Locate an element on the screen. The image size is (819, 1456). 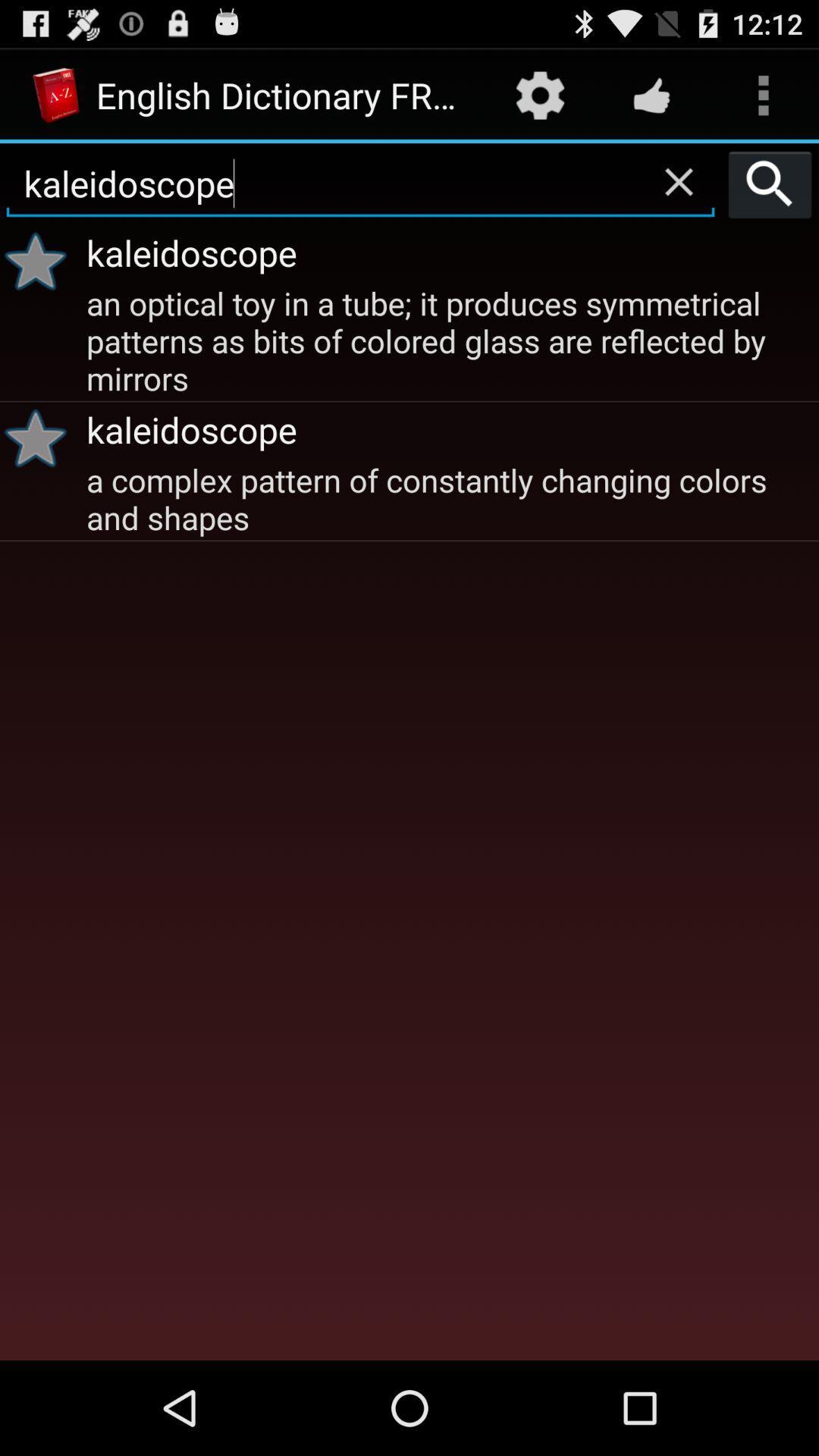
the close icon is located at coordinates (678, 193).